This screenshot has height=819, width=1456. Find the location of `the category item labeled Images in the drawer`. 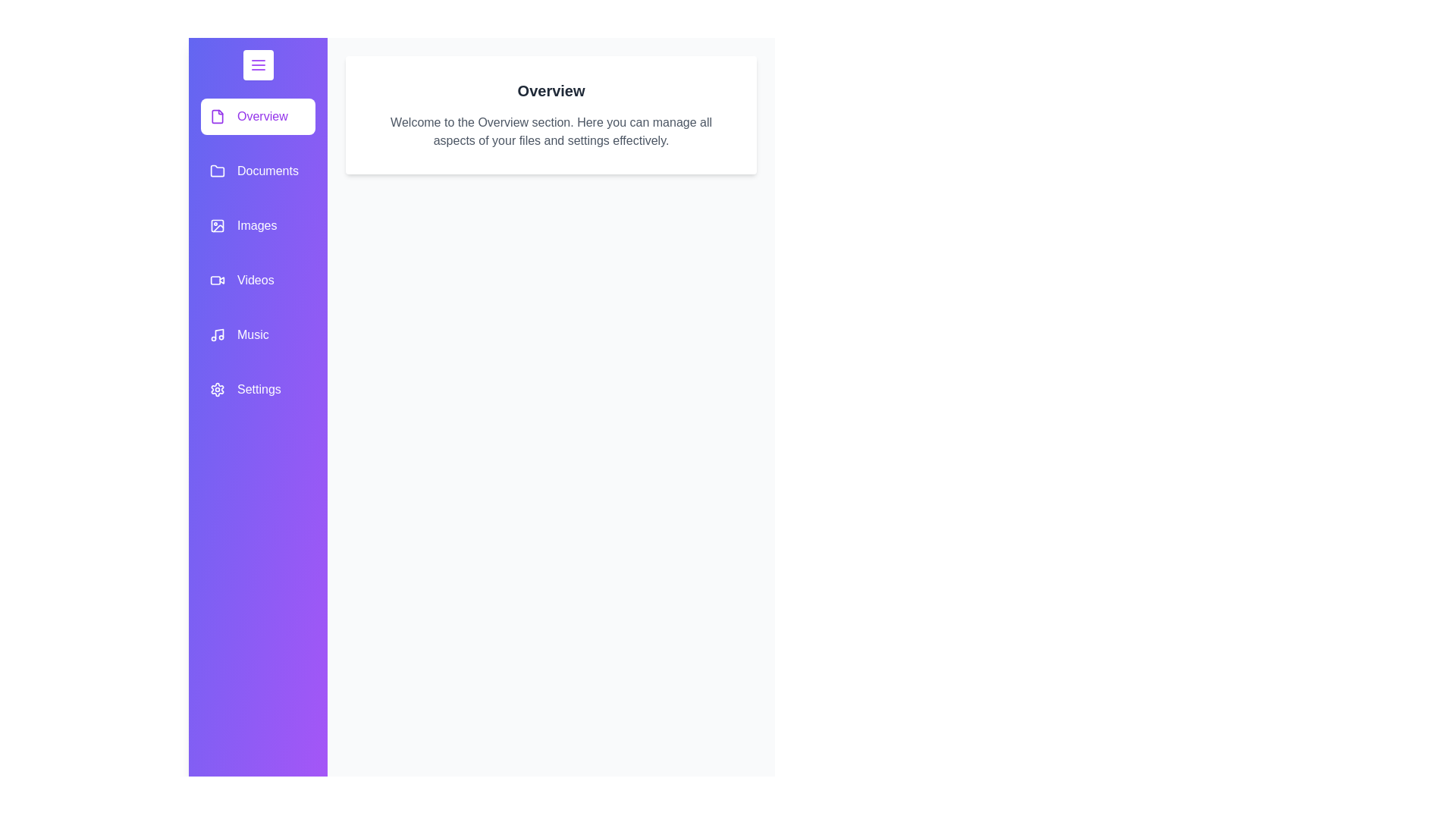

the category item labeled Images in the drawer is located at coordinates (258, 225).